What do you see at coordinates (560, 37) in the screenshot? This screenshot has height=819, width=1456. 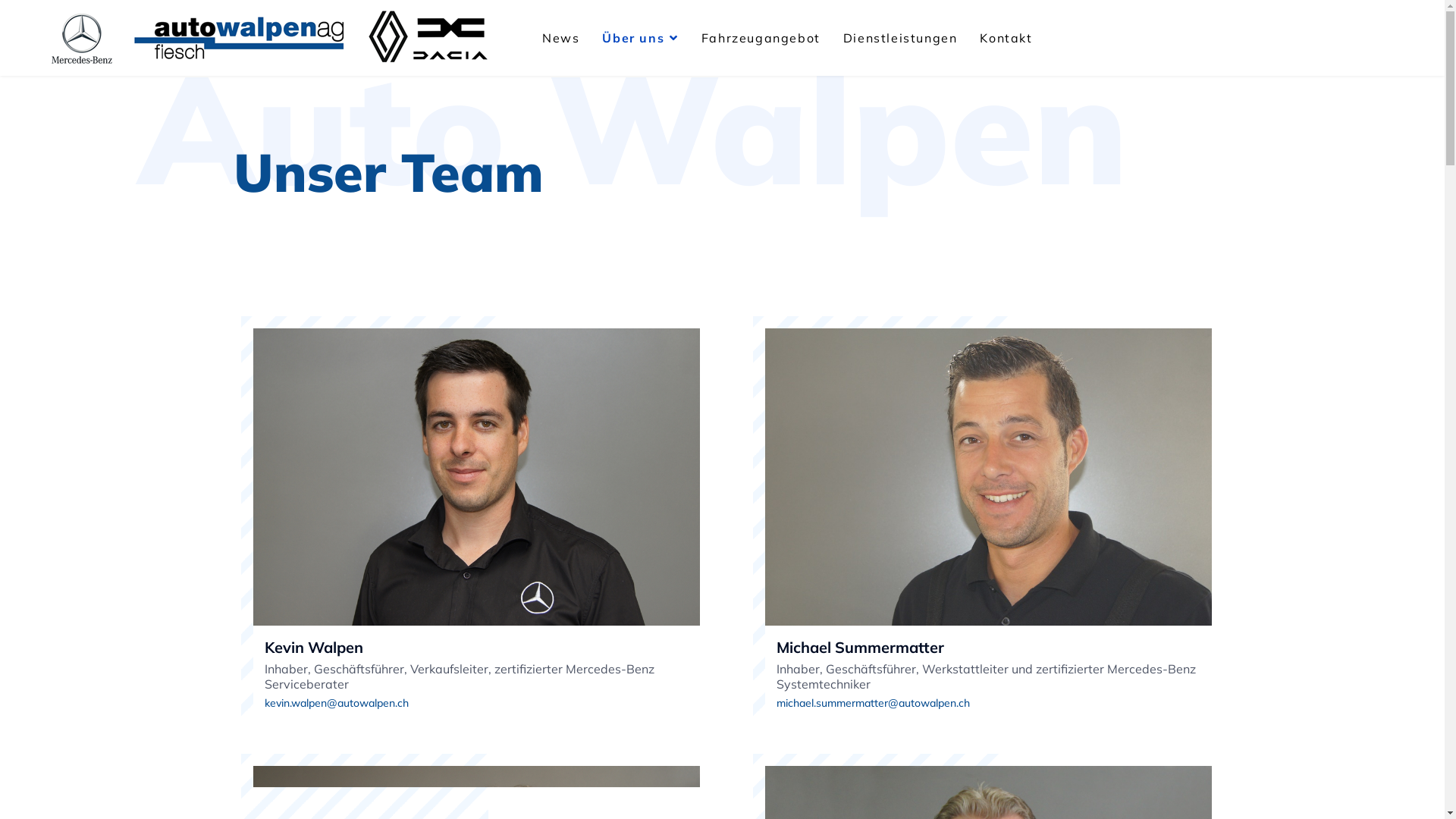 I see `'News'` at bounding box center [560, 37].